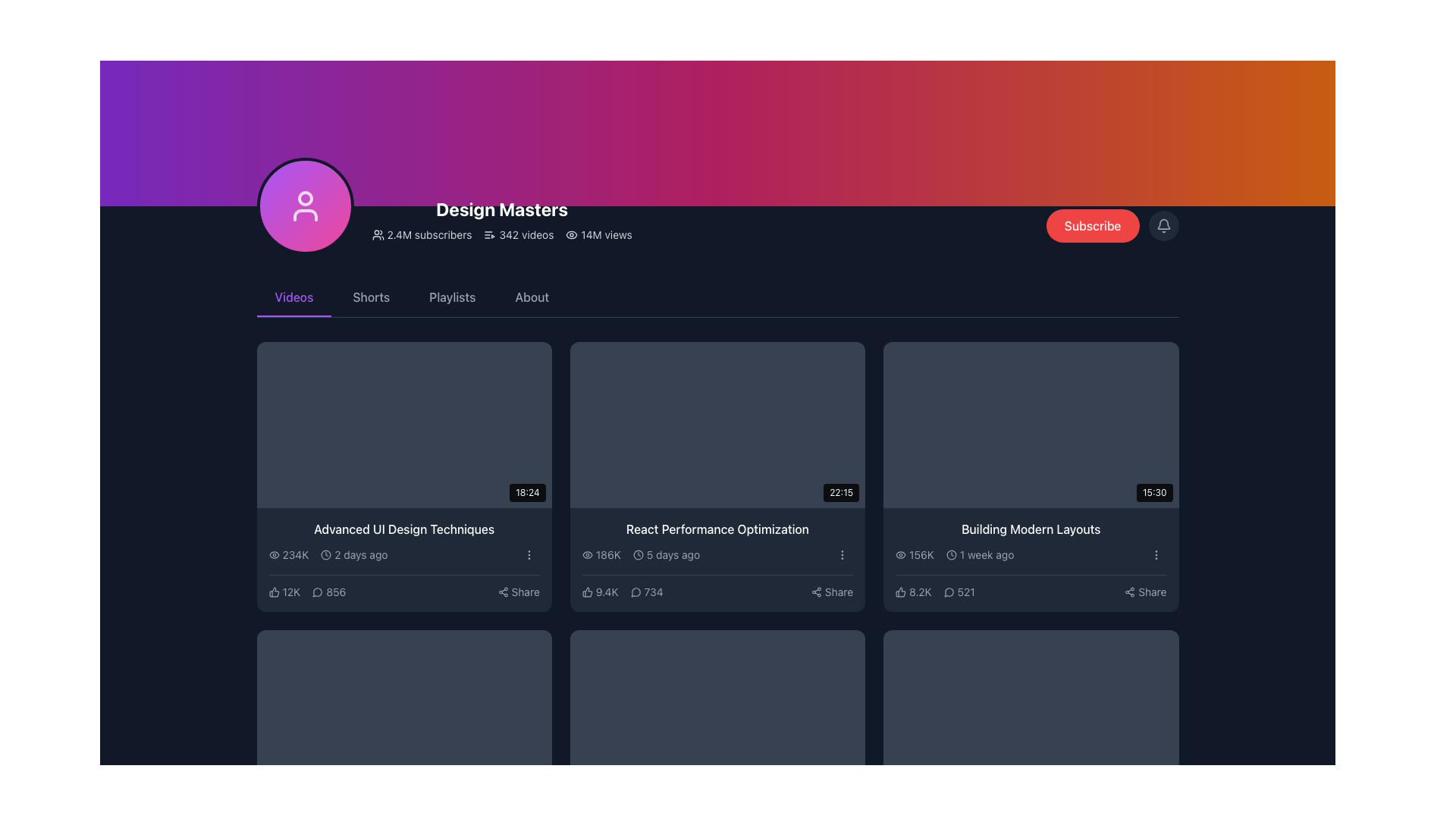 The width and height of the screenshot is (1456, 819). Describe the element at coordinates (284, 591) in the screenshot. I see `the like button, which features a thumb-up icon and the text '12K', located in the video metadata section below the thumbnail for the 'Advanced UI Design Techniques' video` at that location.